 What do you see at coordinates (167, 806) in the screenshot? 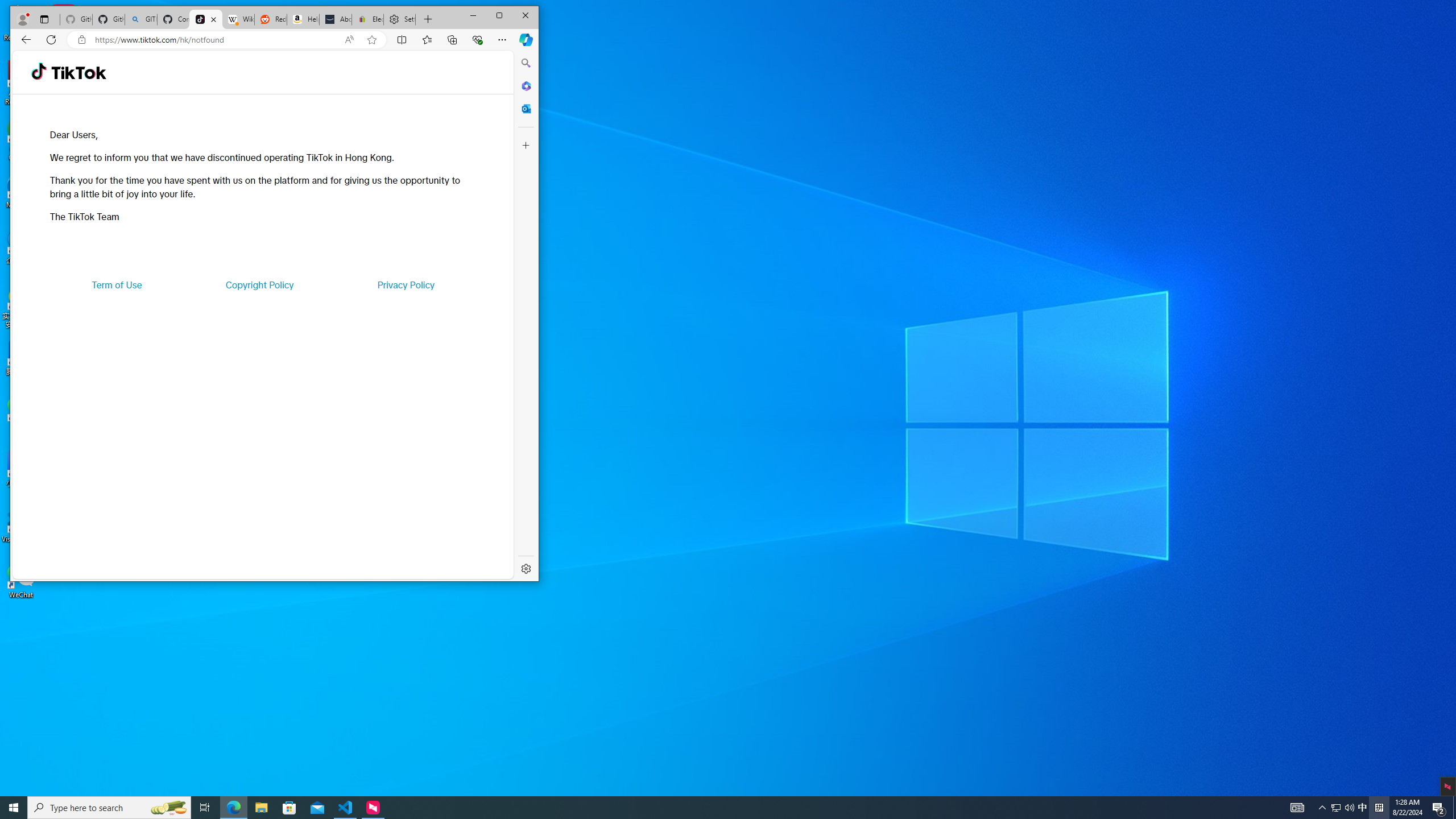
I see `'Search highlights icon opens search home window'` at bounding box center [167, 806].